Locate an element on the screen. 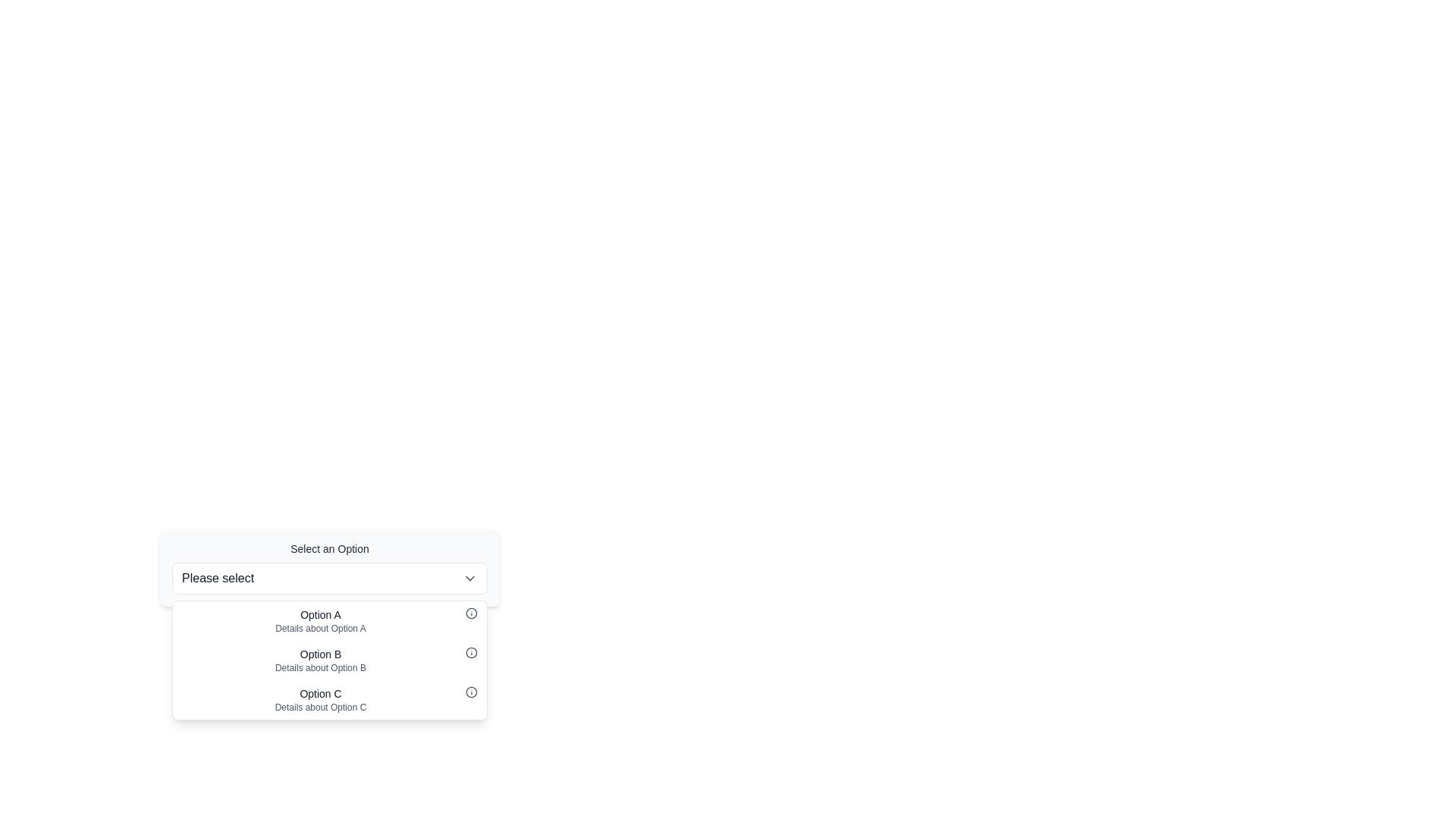 This screenshot has width=1456, height=819. the decorative SVG circle element positioned within the icon to the right of the text 'Option A' in the dropdown menu is located at coordinates (471, 613).